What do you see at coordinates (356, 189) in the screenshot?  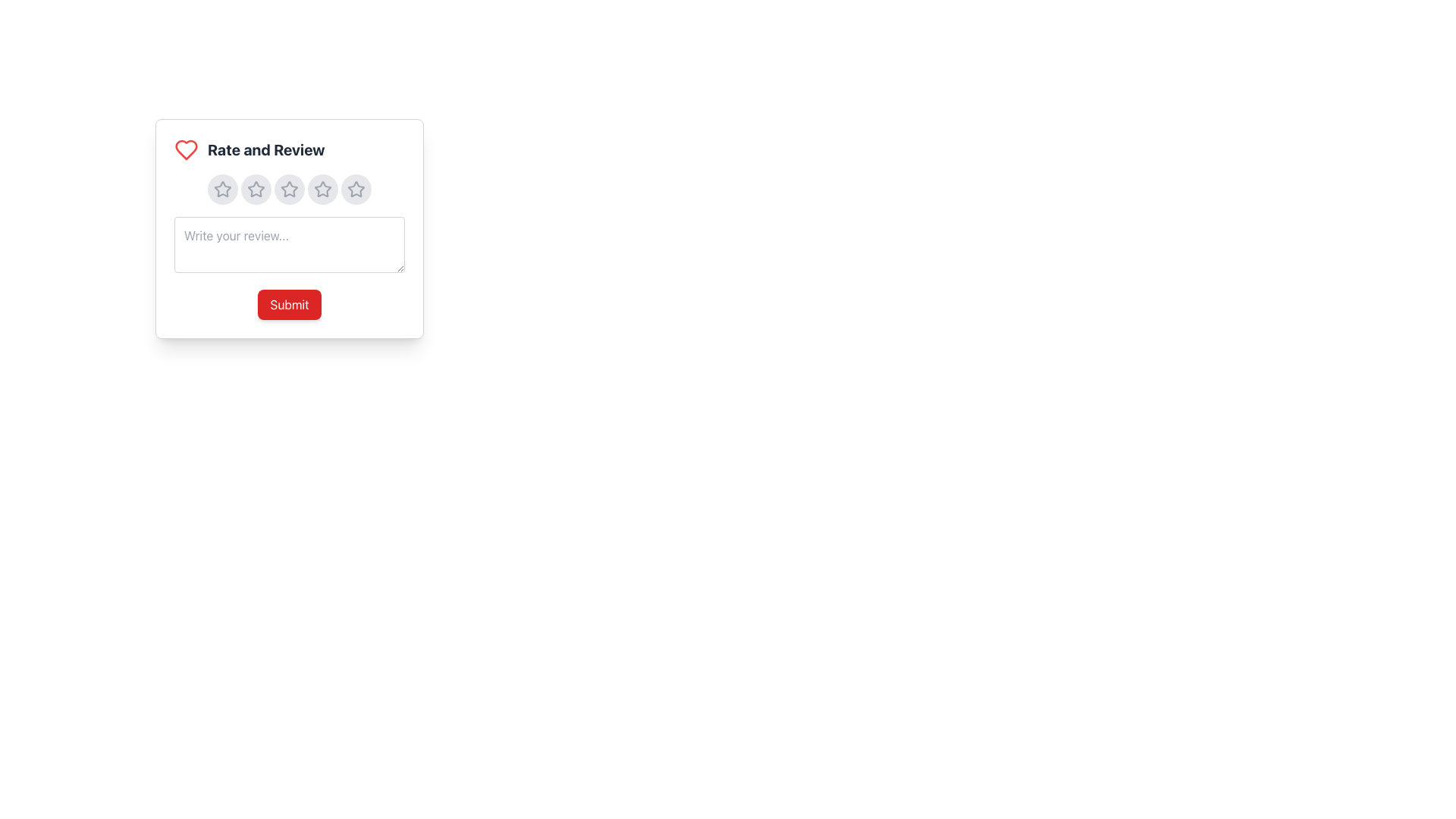 I see `the last rating star in the horizontal array` at bounding box center [356, 189].